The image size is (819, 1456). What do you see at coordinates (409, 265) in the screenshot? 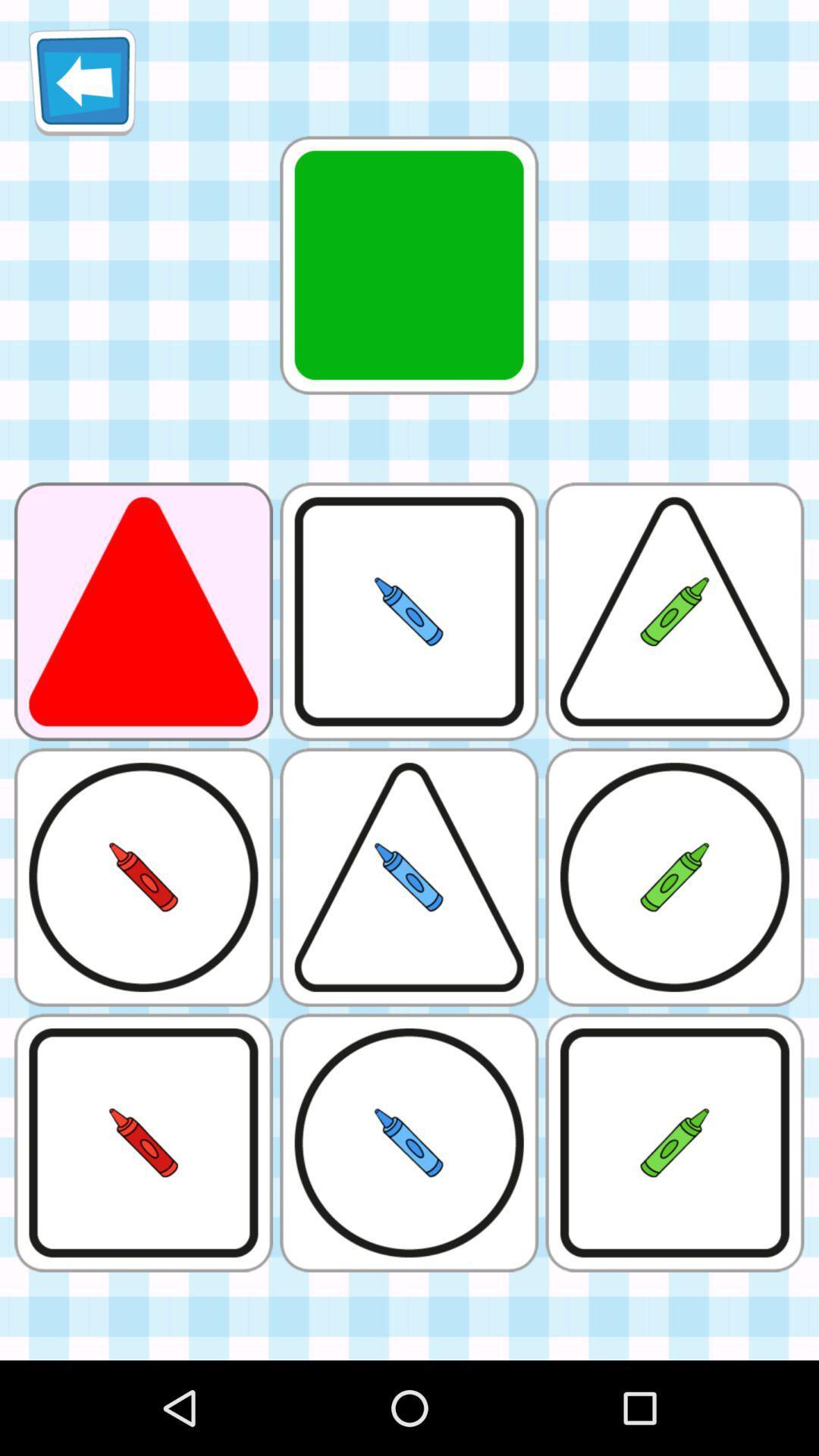
I see `the green box` at bounding box center [409, 265].